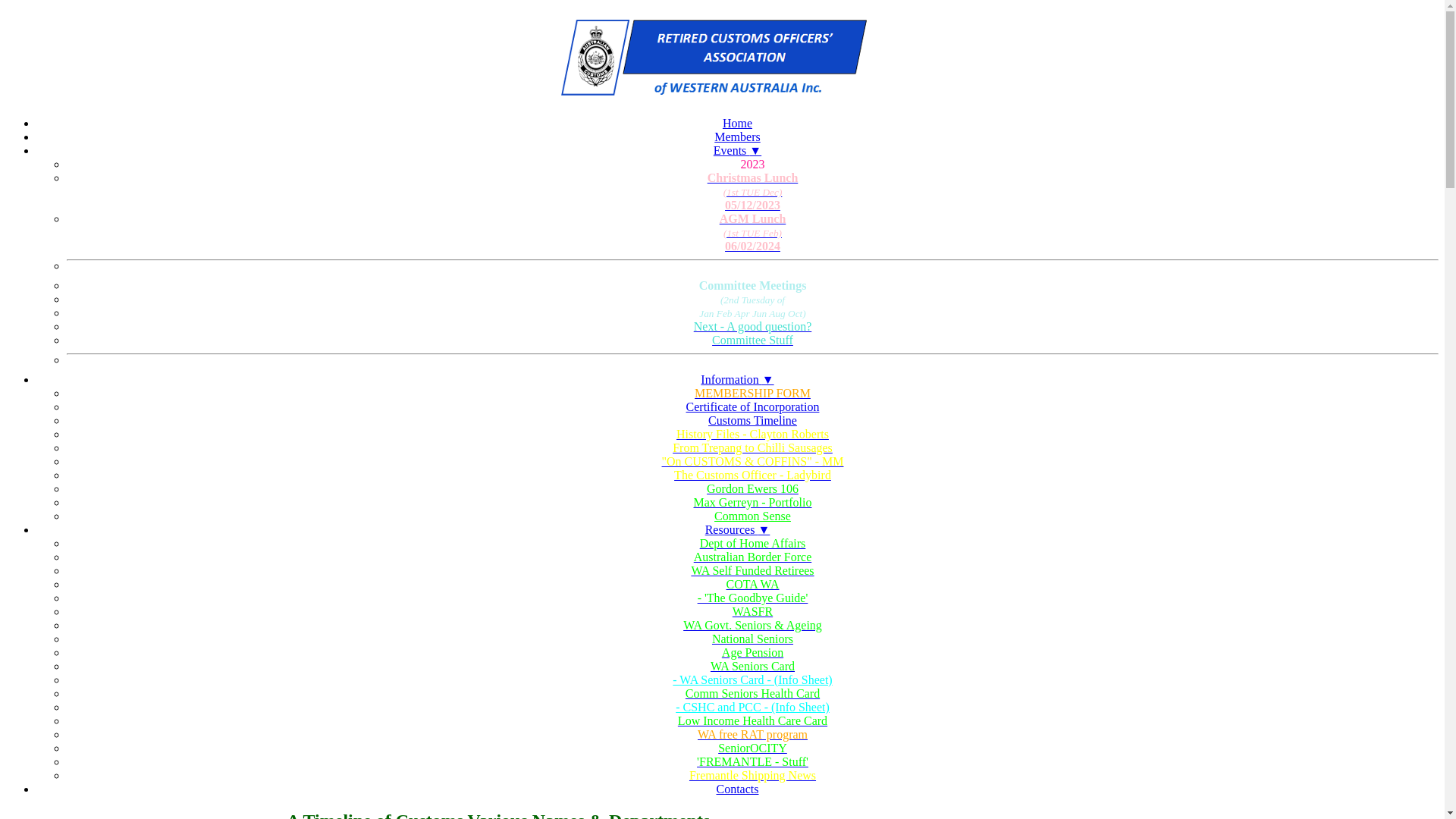 Image resolution: width=1456 pixels, height=819 pixels. What do you see at coordinates (752, 543) in the screenshot?
I see `'Dept of Home Affairs'` at bounding box center [752, 543].